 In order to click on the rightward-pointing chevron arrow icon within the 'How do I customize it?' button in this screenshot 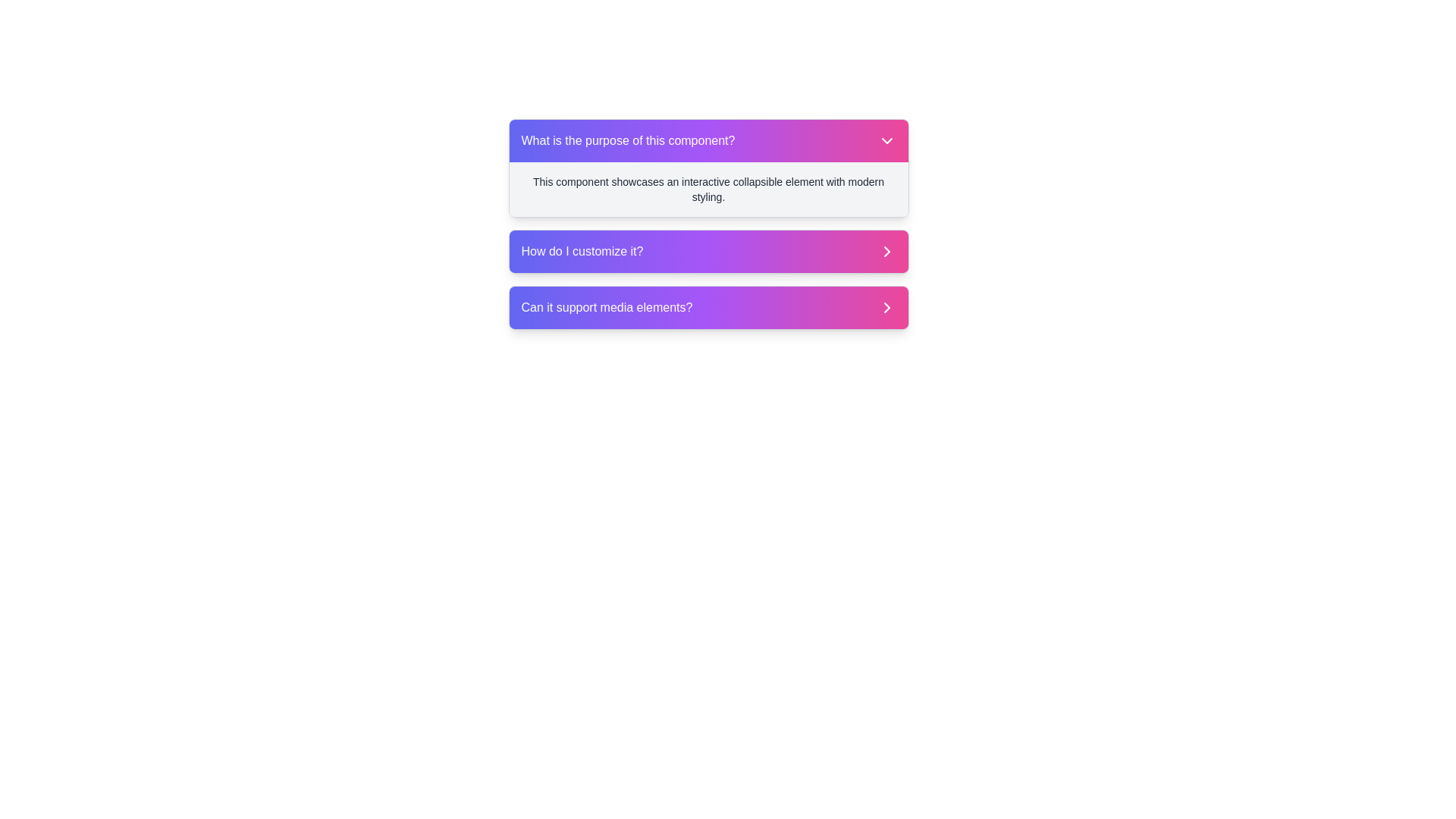, I will do `click(886, 250)`.